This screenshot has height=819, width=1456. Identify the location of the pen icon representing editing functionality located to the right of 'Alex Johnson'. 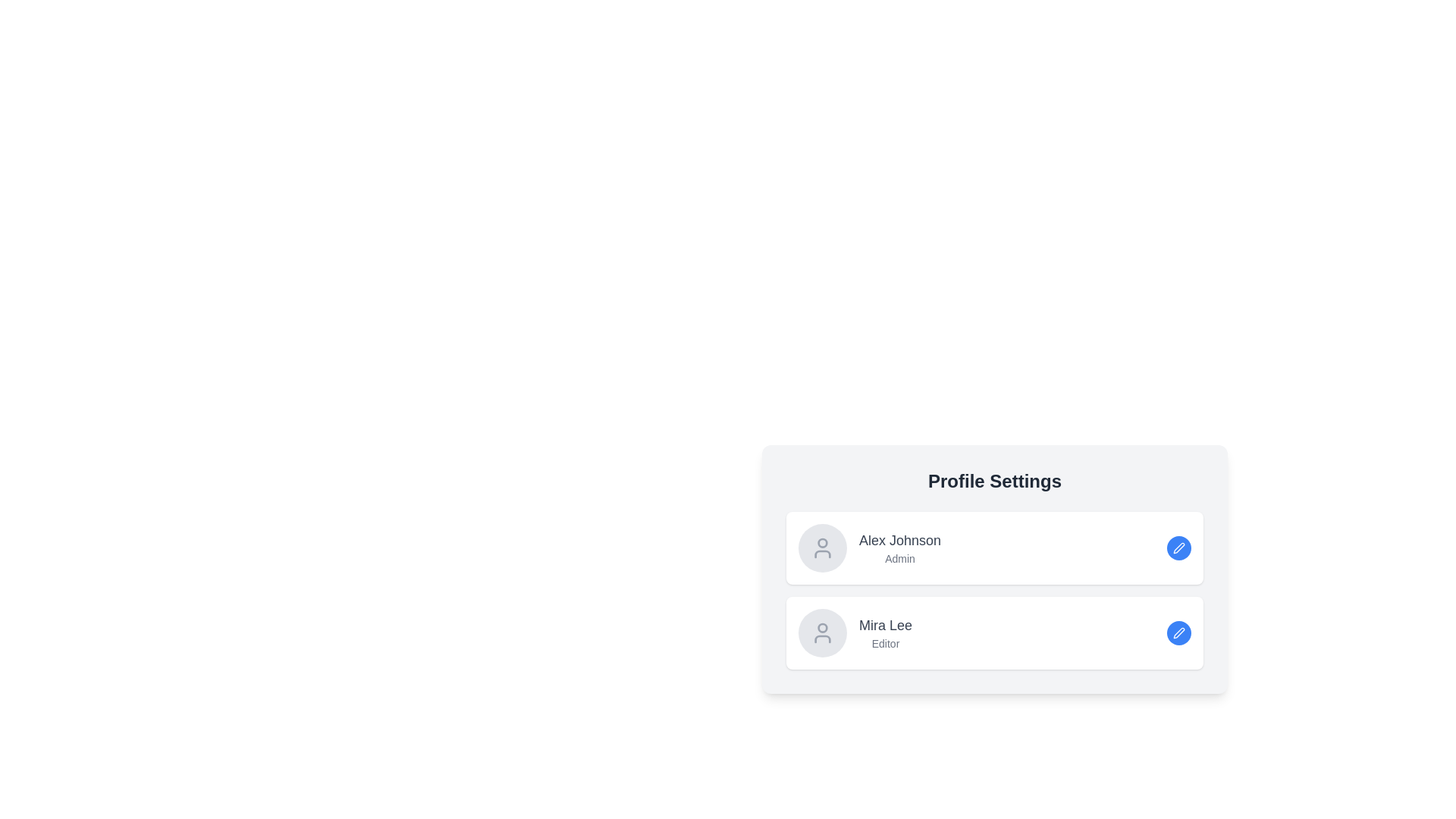
(1178, 632).